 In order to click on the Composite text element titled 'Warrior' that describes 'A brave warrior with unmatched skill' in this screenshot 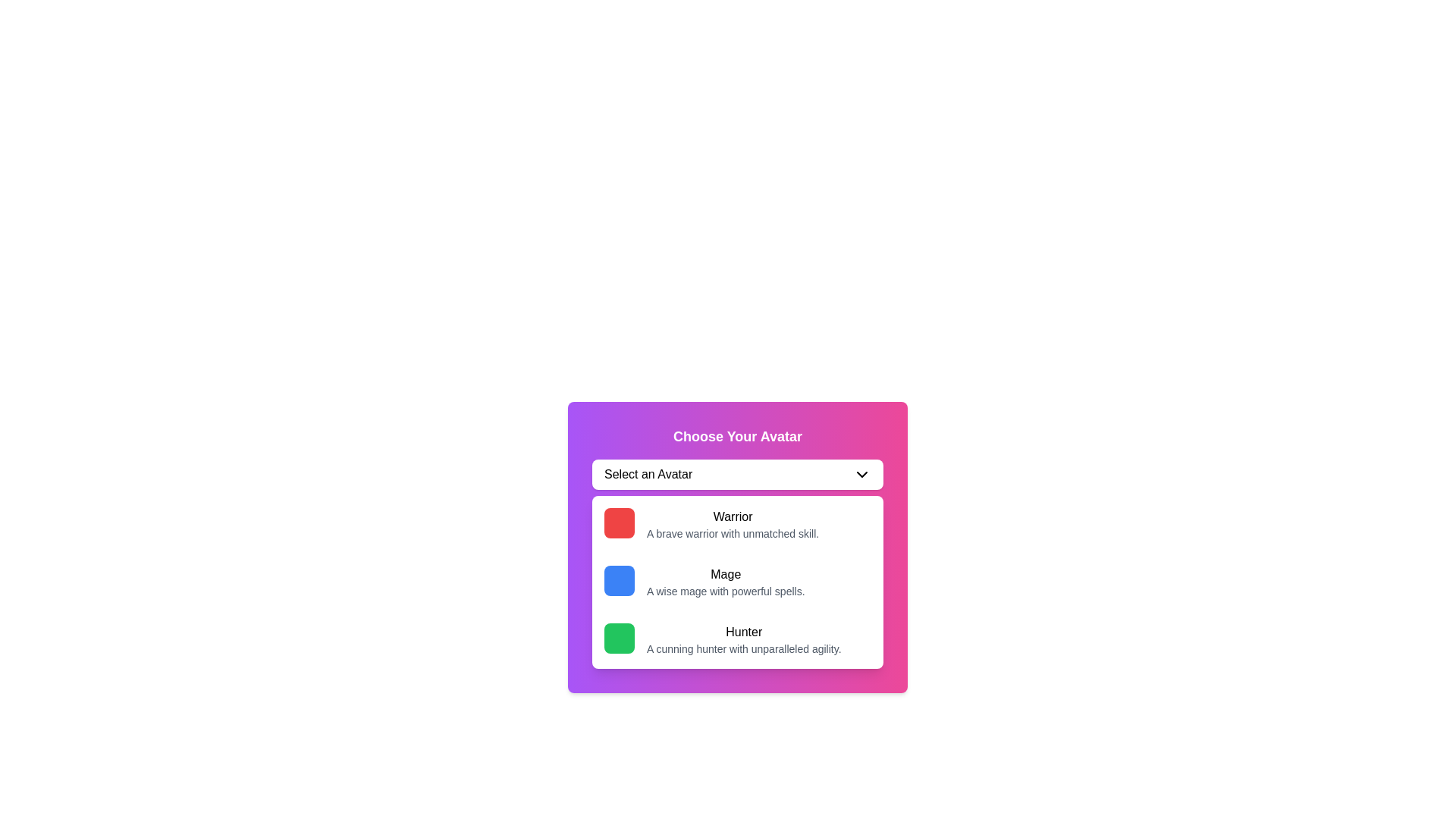, I will do `click(733, 523)`.